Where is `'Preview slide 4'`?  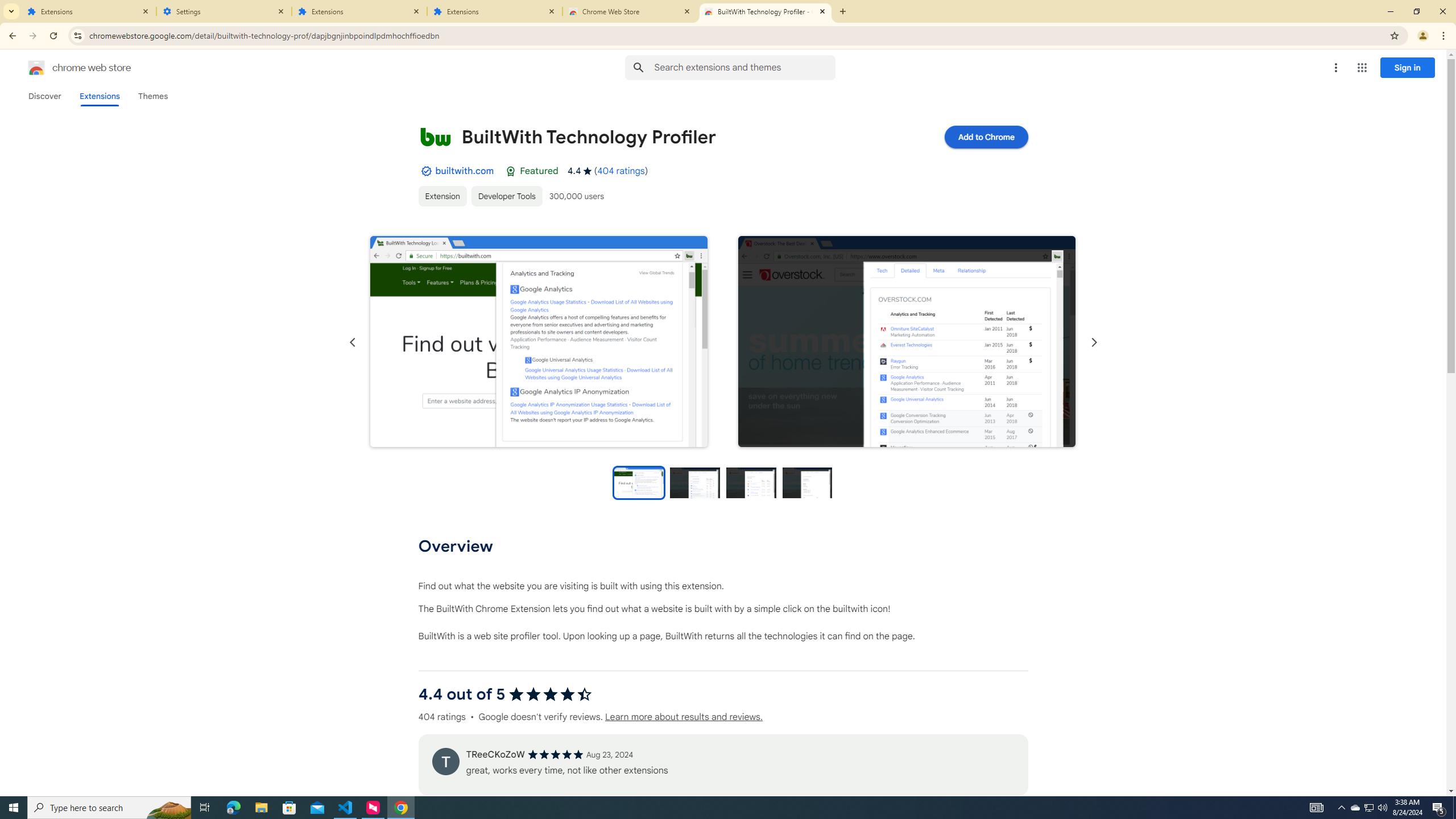
'Preview slide 4' is located at coordinates (807, 482).